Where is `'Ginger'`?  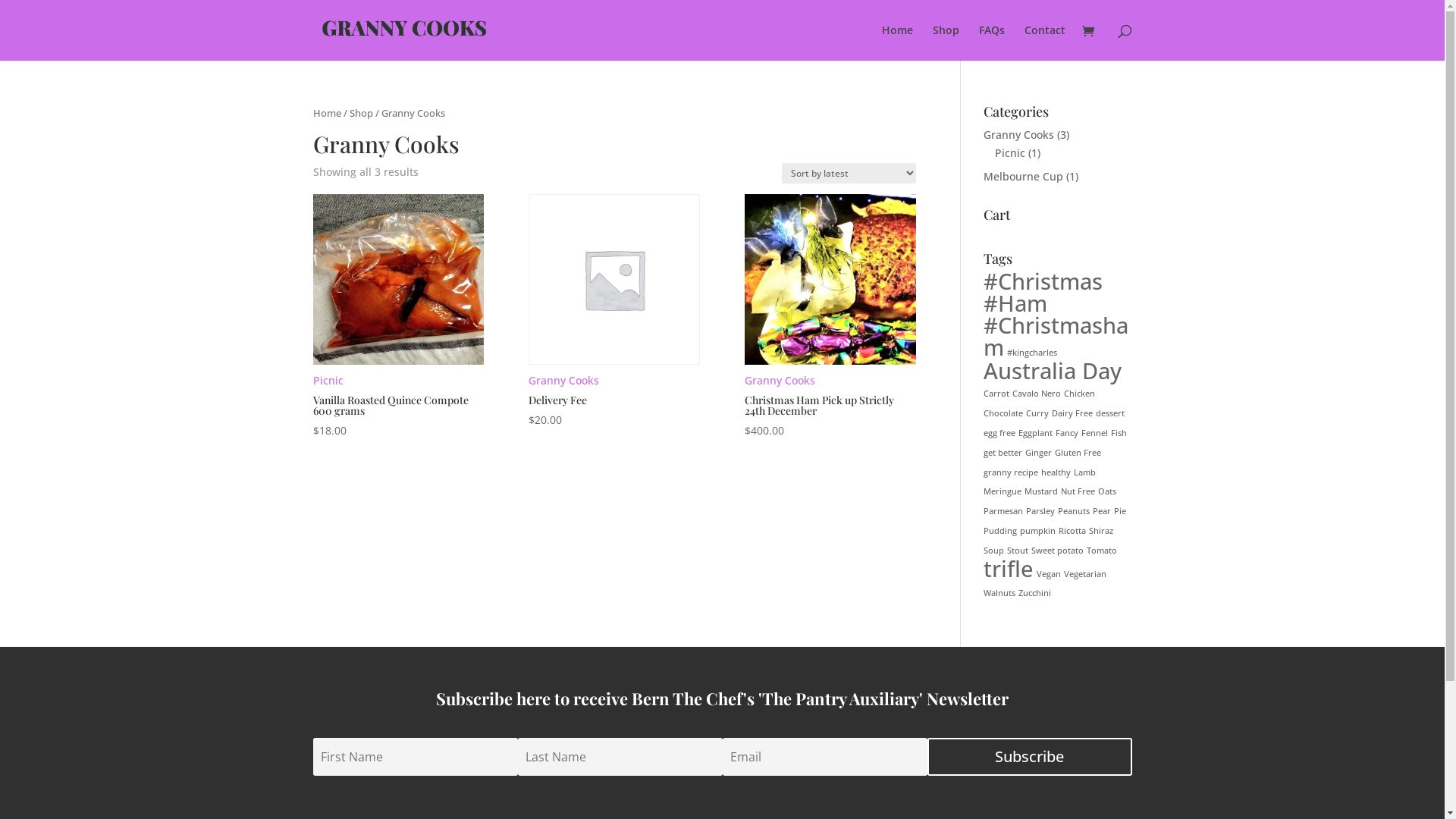 'Ginger' is located at coordinates (1037, 452).